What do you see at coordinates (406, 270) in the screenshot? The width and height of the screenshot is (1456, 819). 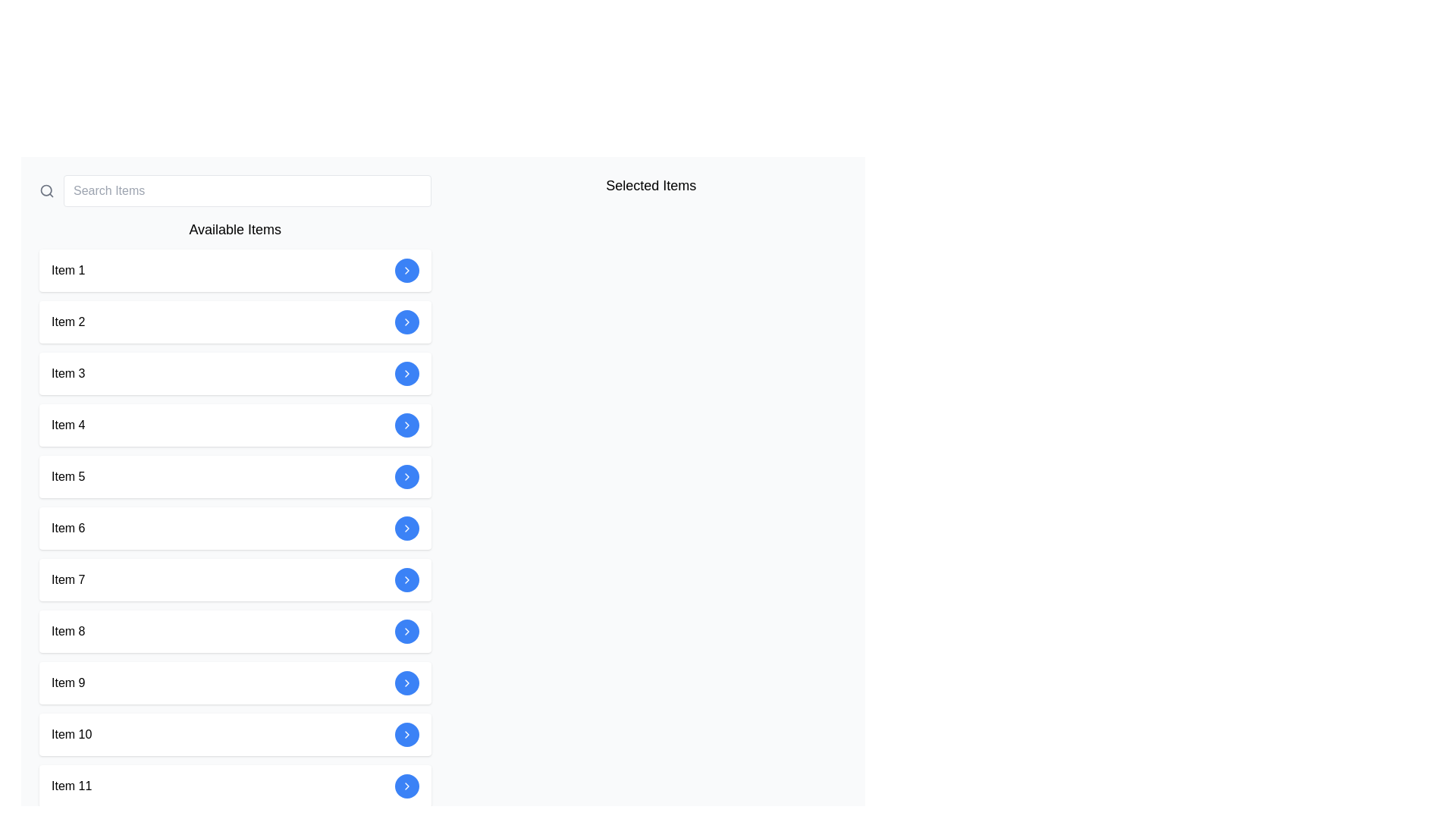 I see `the rightward-pointing chevron icon inside the circular blue button adjacent to 'Item 1' in the 'Available Items' section to initiate a transition or navigation` at bounding box center [406, 270].